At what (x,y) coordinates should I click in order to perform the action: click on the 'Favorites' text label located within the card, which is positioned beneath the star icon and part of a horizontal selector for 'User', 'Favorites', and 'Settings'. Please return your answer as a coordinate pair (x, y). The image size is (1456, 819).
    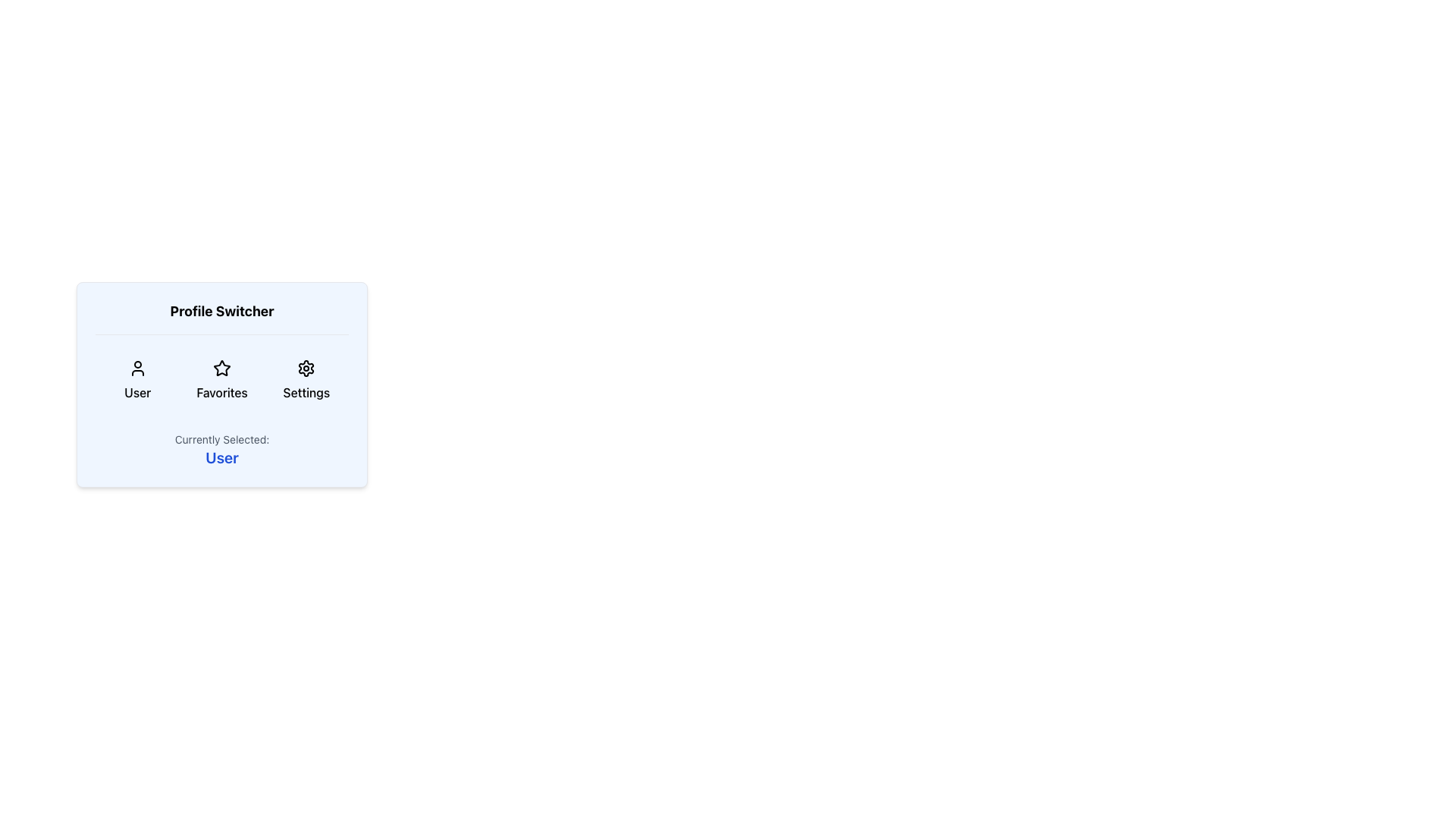
    Looking at the image, I should click on (221, 391).